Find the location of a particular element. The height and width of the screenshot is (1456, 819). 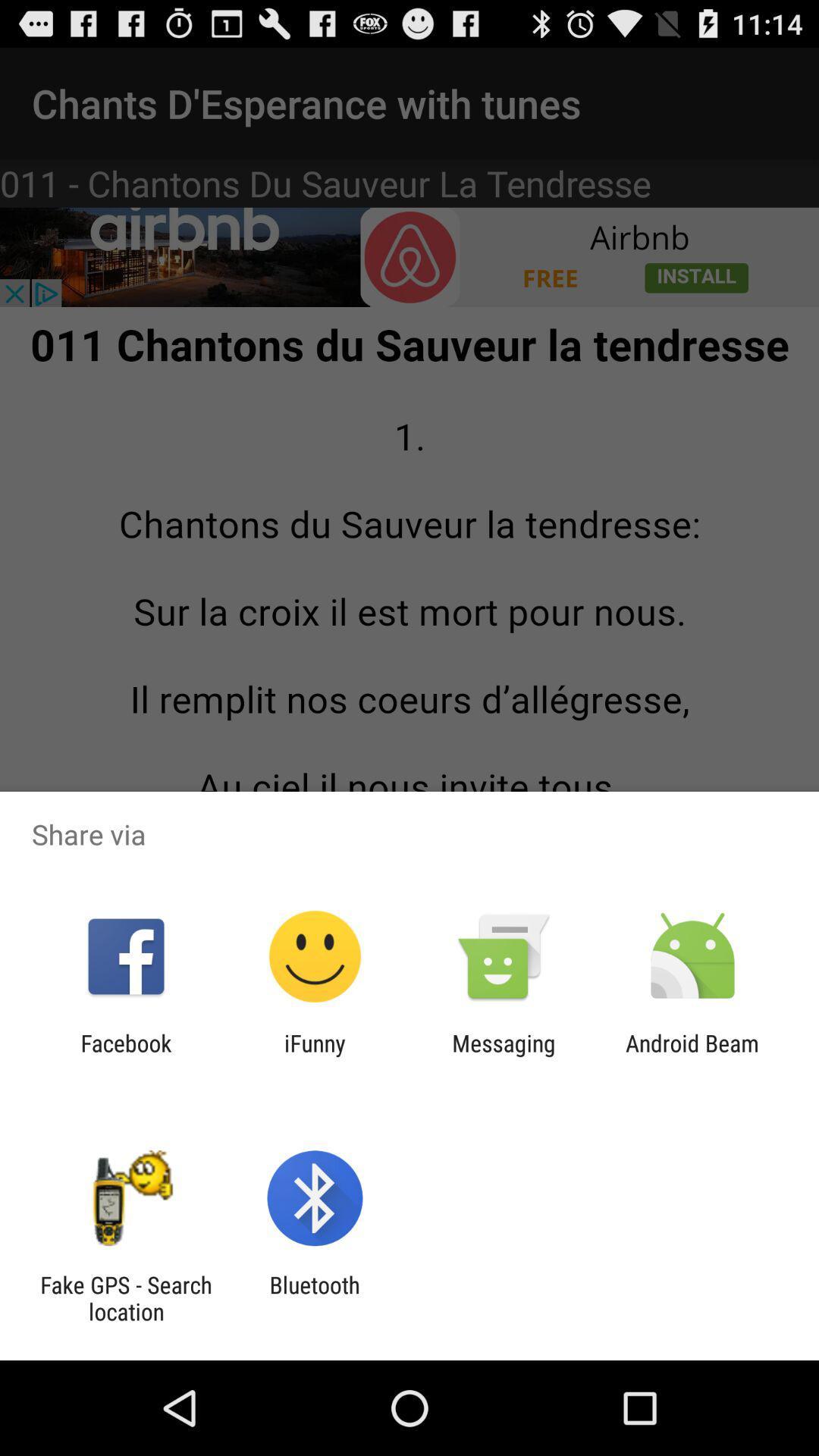

the icon to the right of messaging item is located at coordinates (692, 1056).